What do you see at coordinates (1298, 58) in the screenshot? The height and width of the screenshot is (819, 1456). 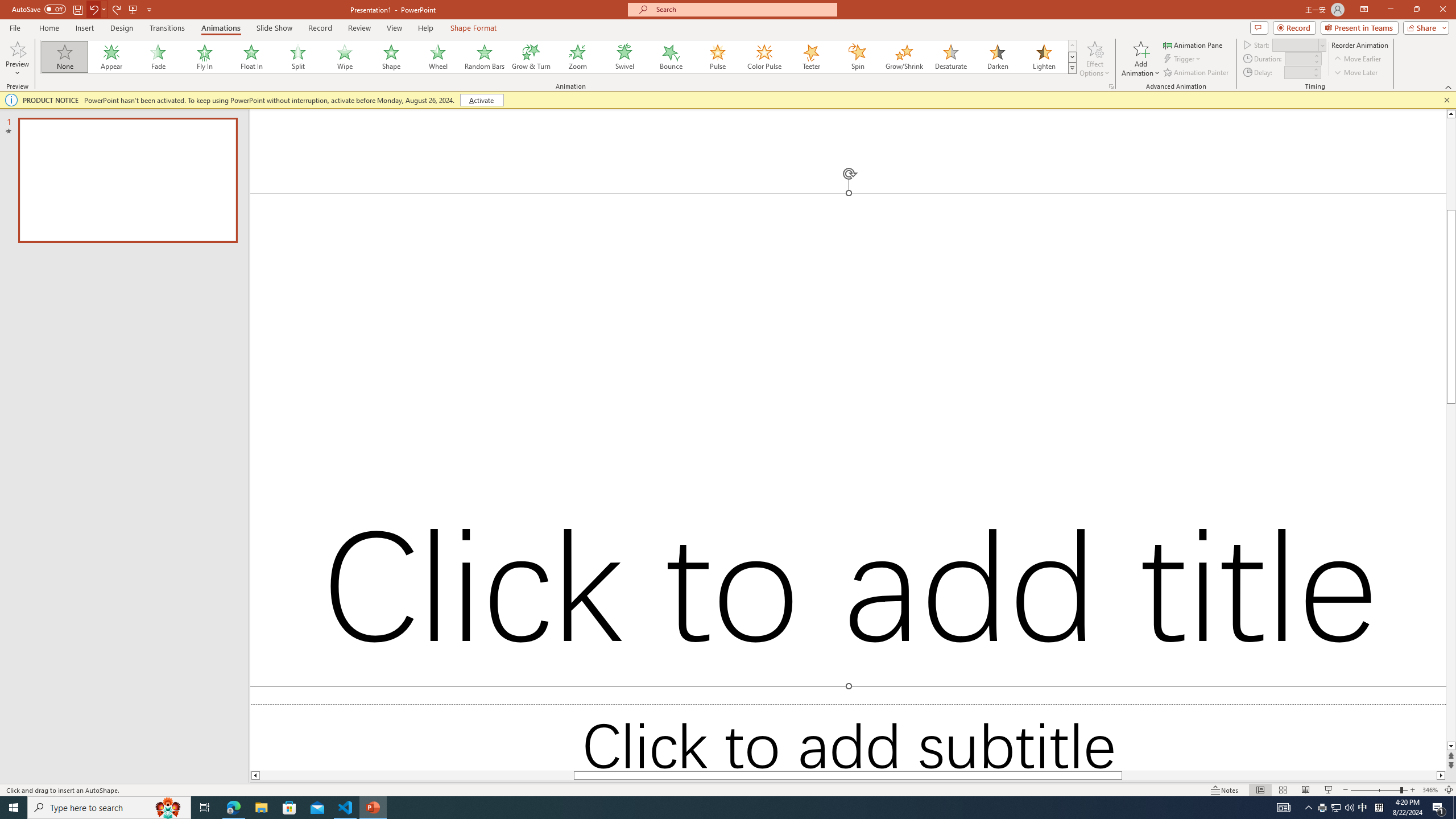 I see `'Animation Duration'` at bounding box center [1298, 58].